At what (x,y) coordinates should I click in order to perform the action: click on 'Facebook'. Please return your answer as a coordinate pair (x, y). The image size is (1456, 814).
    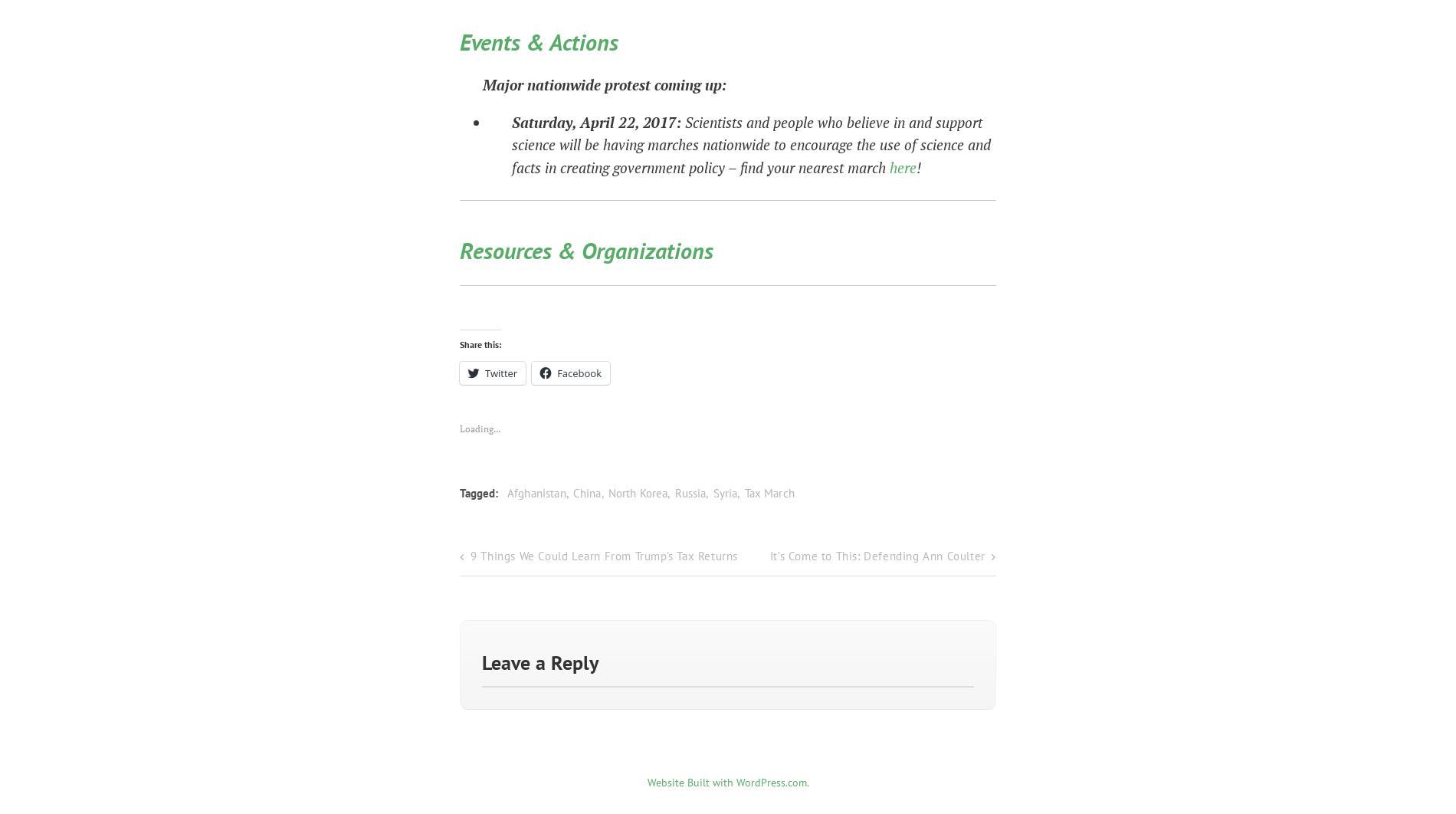
    Looking at the image, I should click on (556, 371).